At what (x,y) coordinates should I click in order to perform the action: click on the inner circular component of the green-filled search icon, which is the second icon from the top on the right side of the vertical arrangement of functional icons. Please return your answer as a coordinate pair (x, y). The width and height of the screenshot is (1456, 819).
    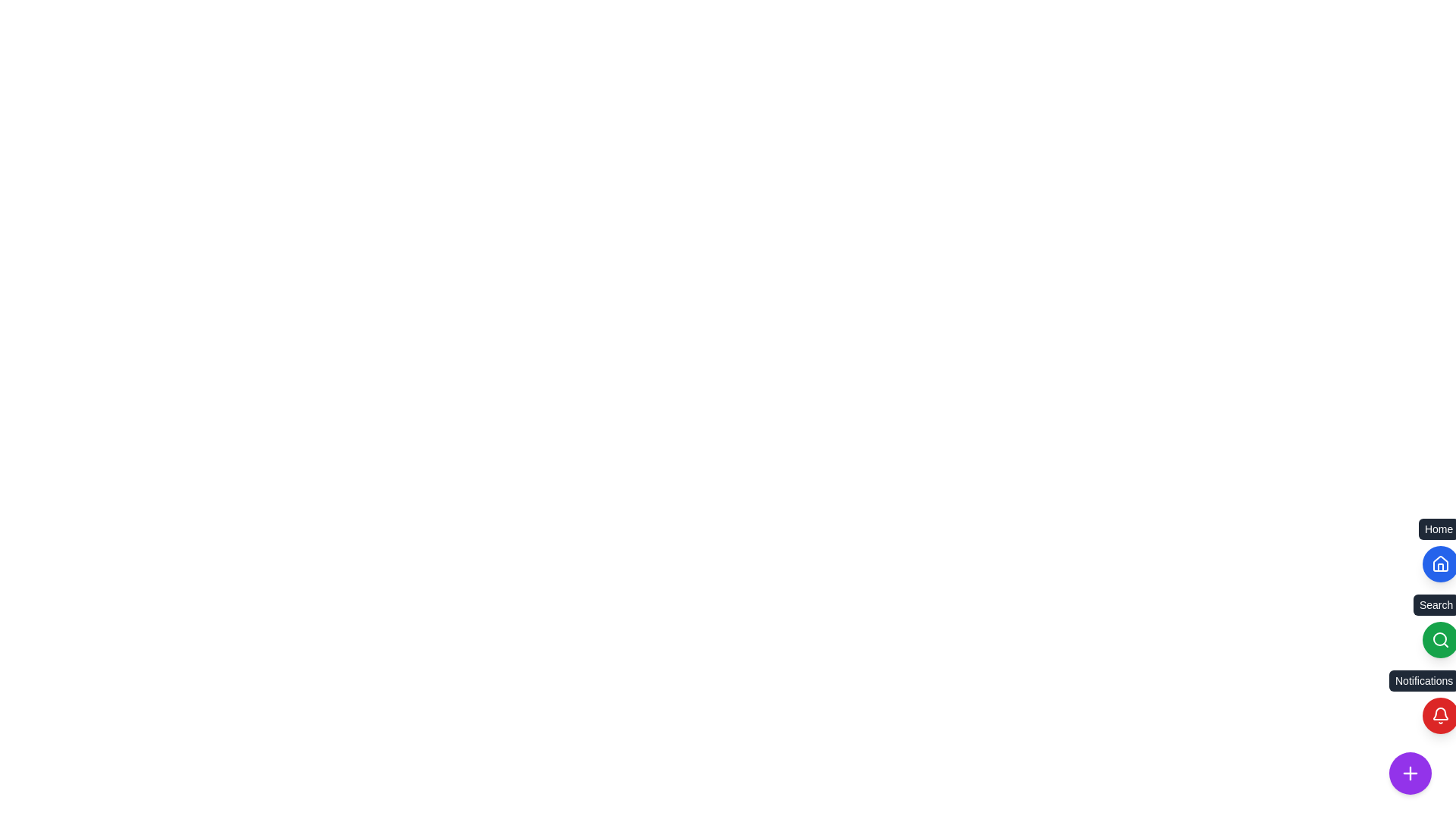
    Looking at the image, I should click on (1439, 639).